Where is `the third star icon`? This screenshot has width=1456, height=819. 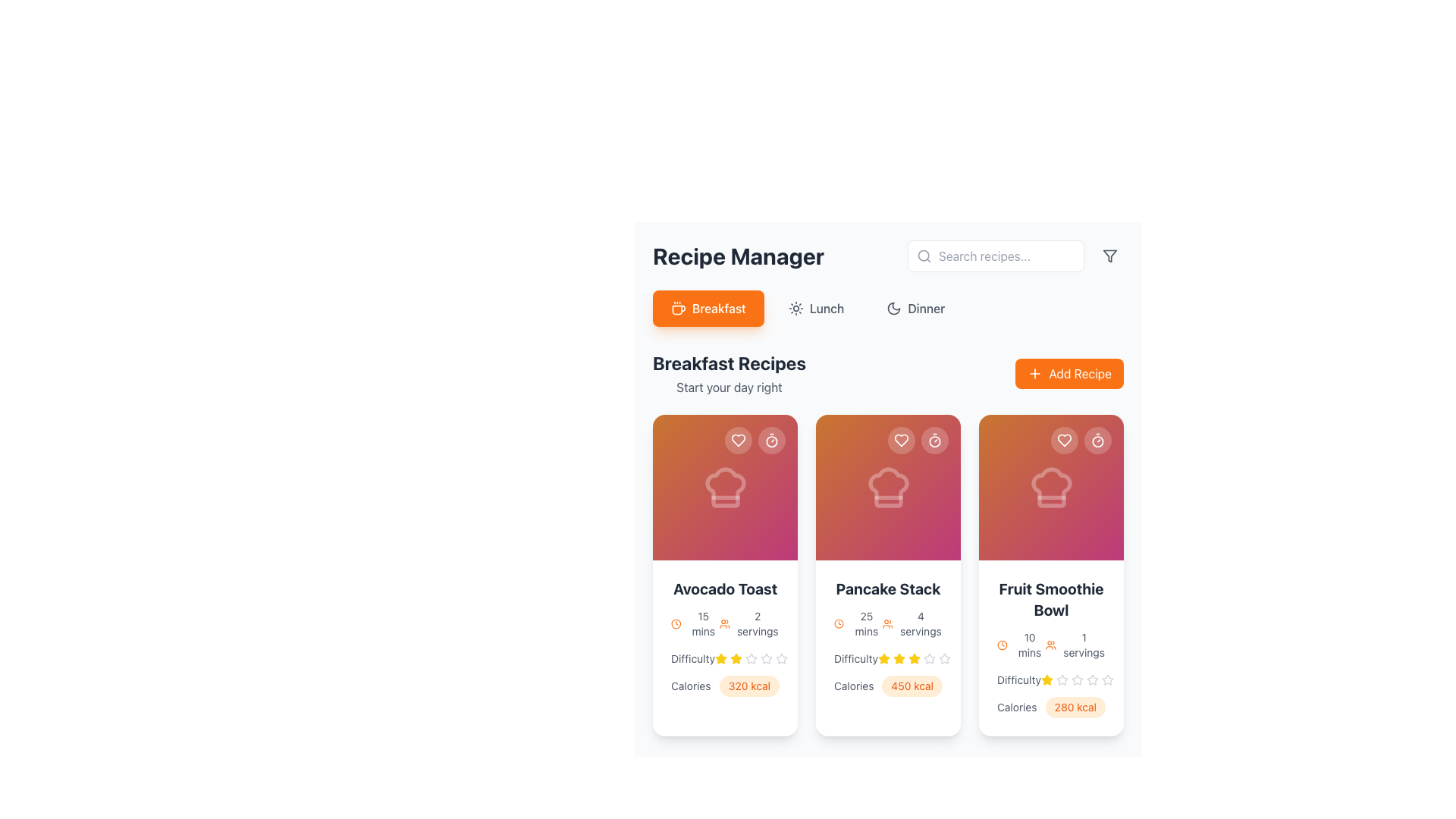
the third star icon is located at coordinates (751, 657).